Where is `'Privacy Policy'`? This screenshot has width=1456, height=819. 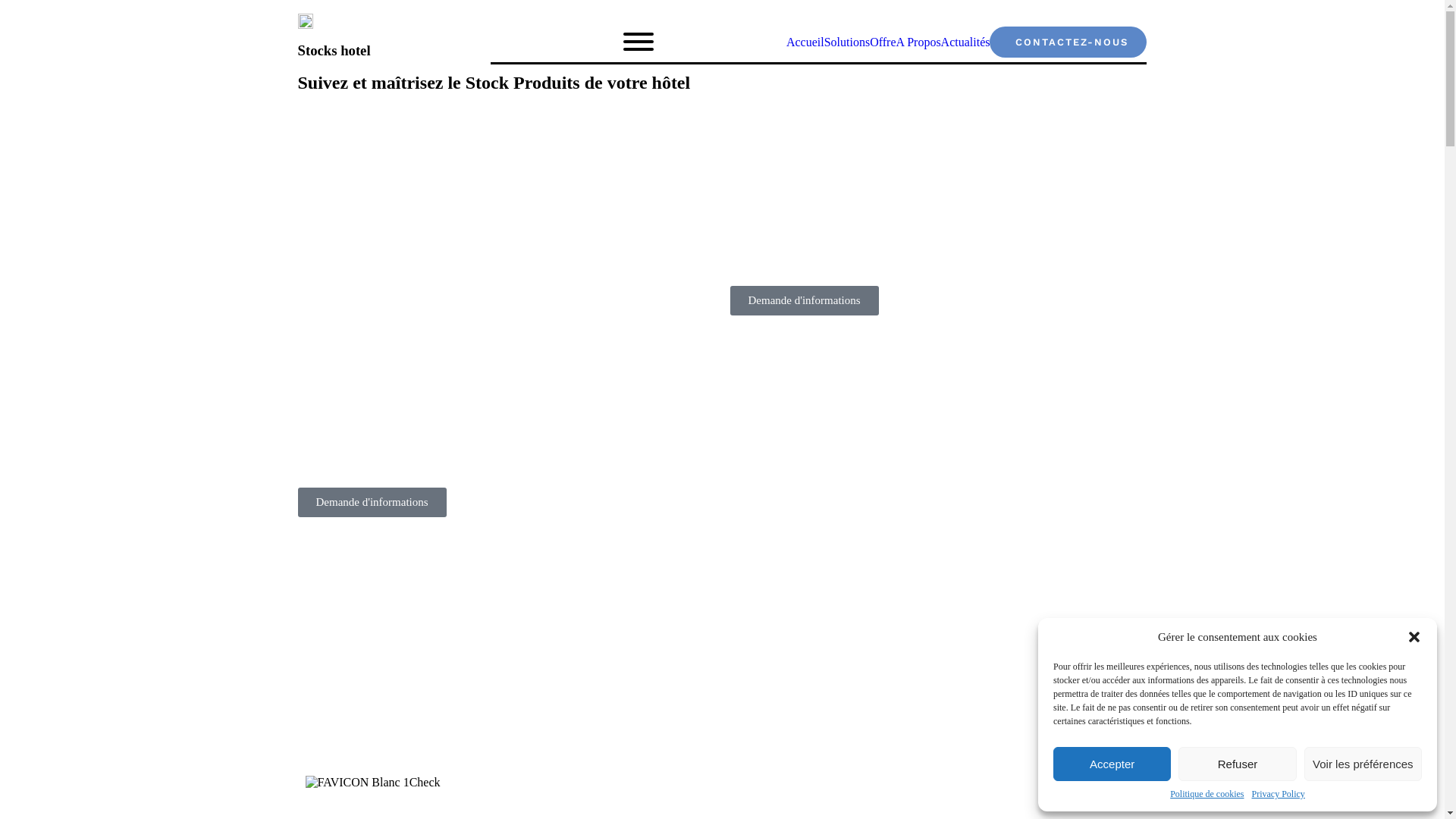 'Privacy Policy' is located at coordinates (1276, 793).